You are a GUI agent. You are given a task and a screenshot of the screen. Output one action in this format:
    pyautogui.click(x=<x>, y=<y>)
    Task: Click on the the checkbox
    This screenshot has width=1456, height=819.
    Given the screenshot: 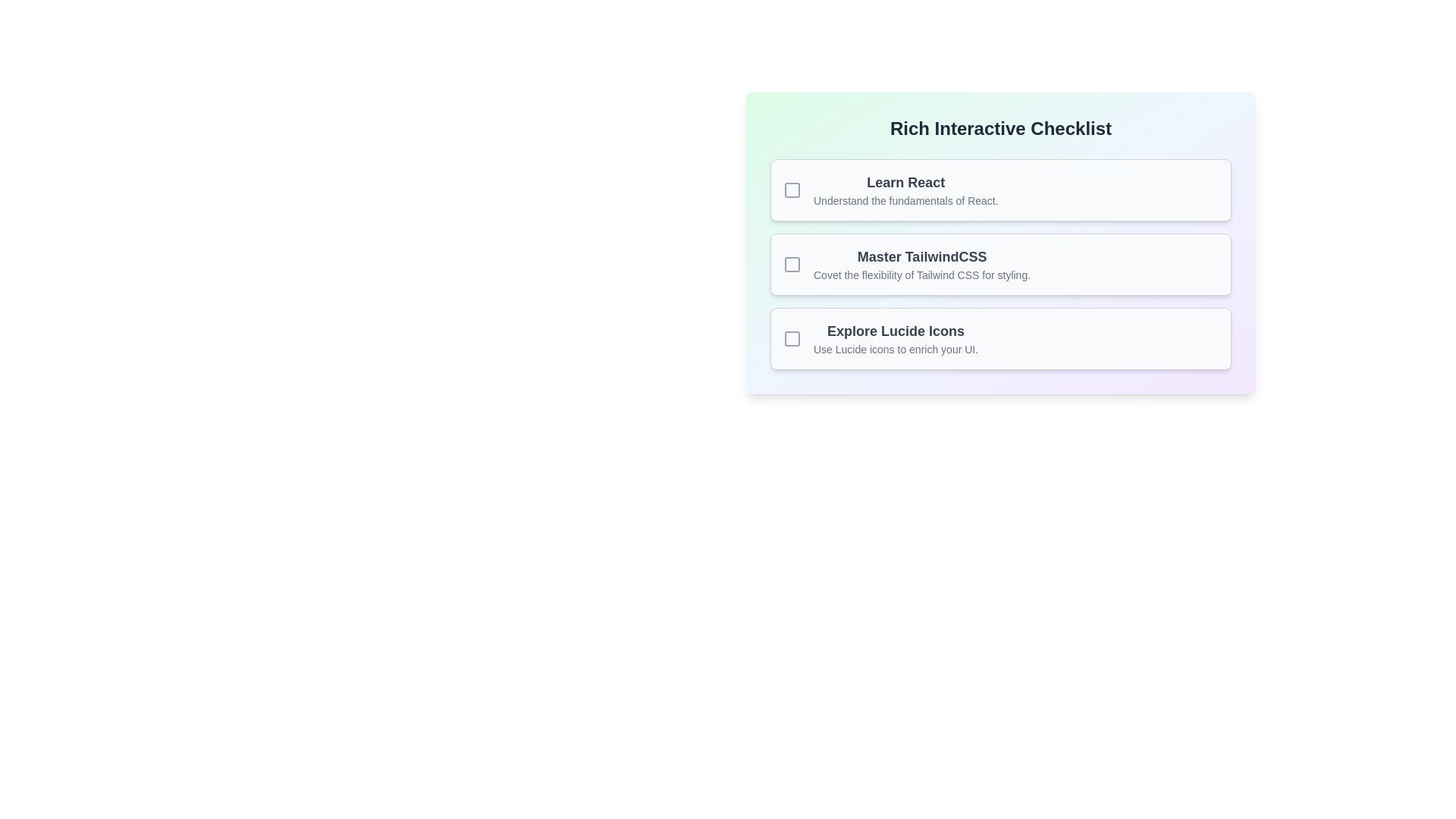 What is the action you would take?
    pyautogui.click(x=1001, y=189)
    